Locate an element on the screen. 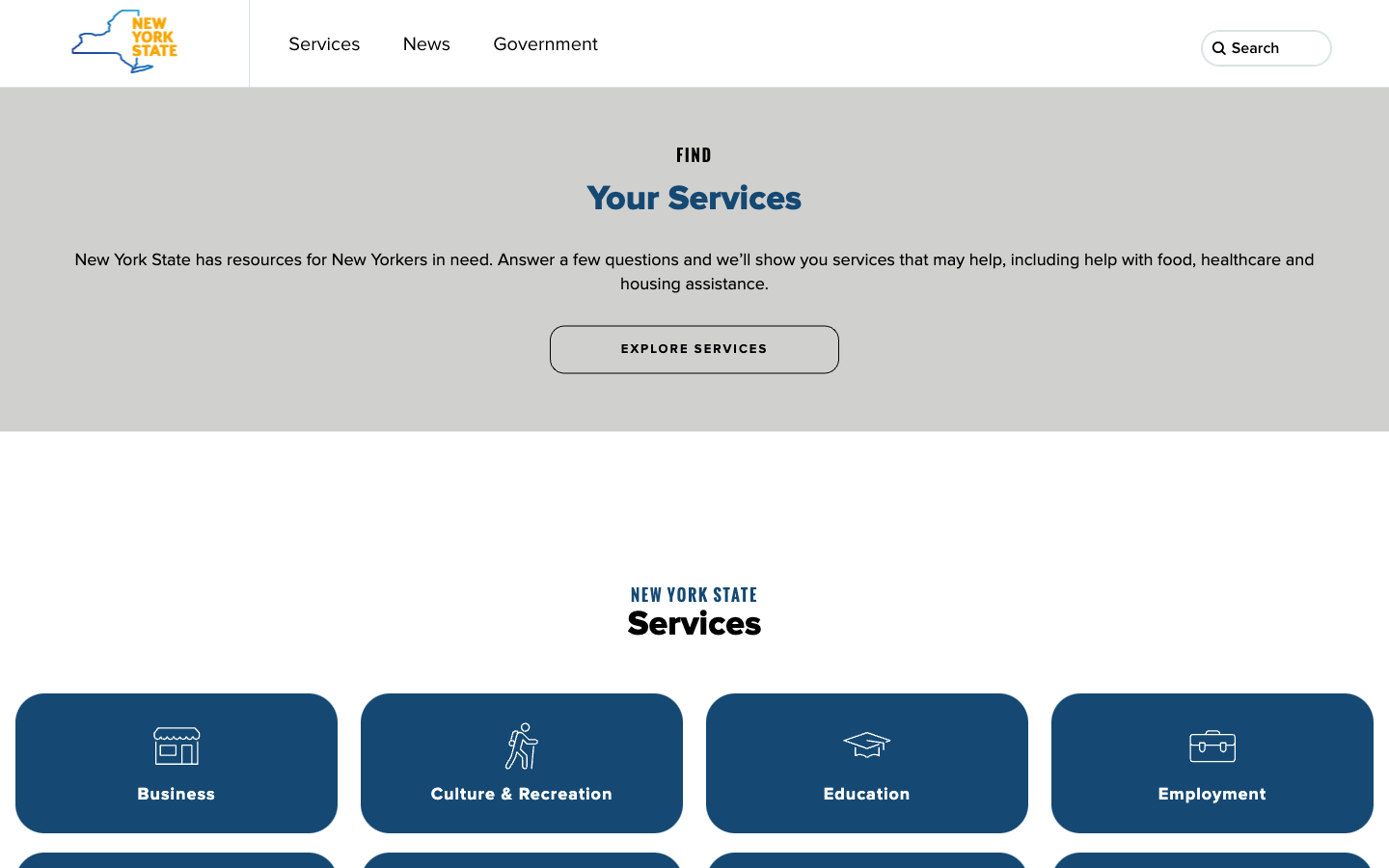 The height and width of the screenshot is (868, 1389). Utilize the search feature to find "bank is located at coordinates (1314, 48).